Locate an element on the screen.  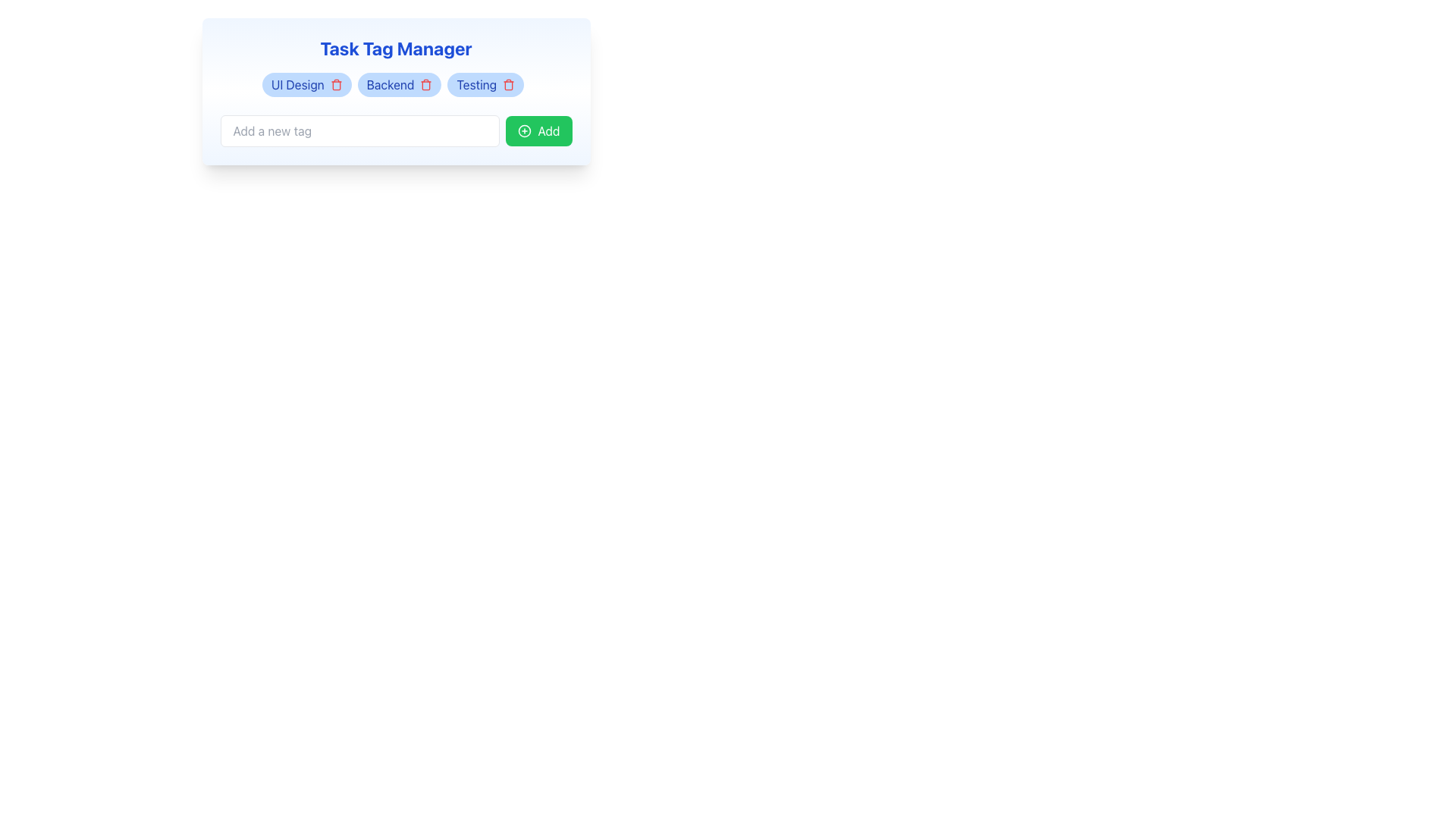
the first badge labeled 'UI Design' with a light blue background is located at coordinates (306, 84).